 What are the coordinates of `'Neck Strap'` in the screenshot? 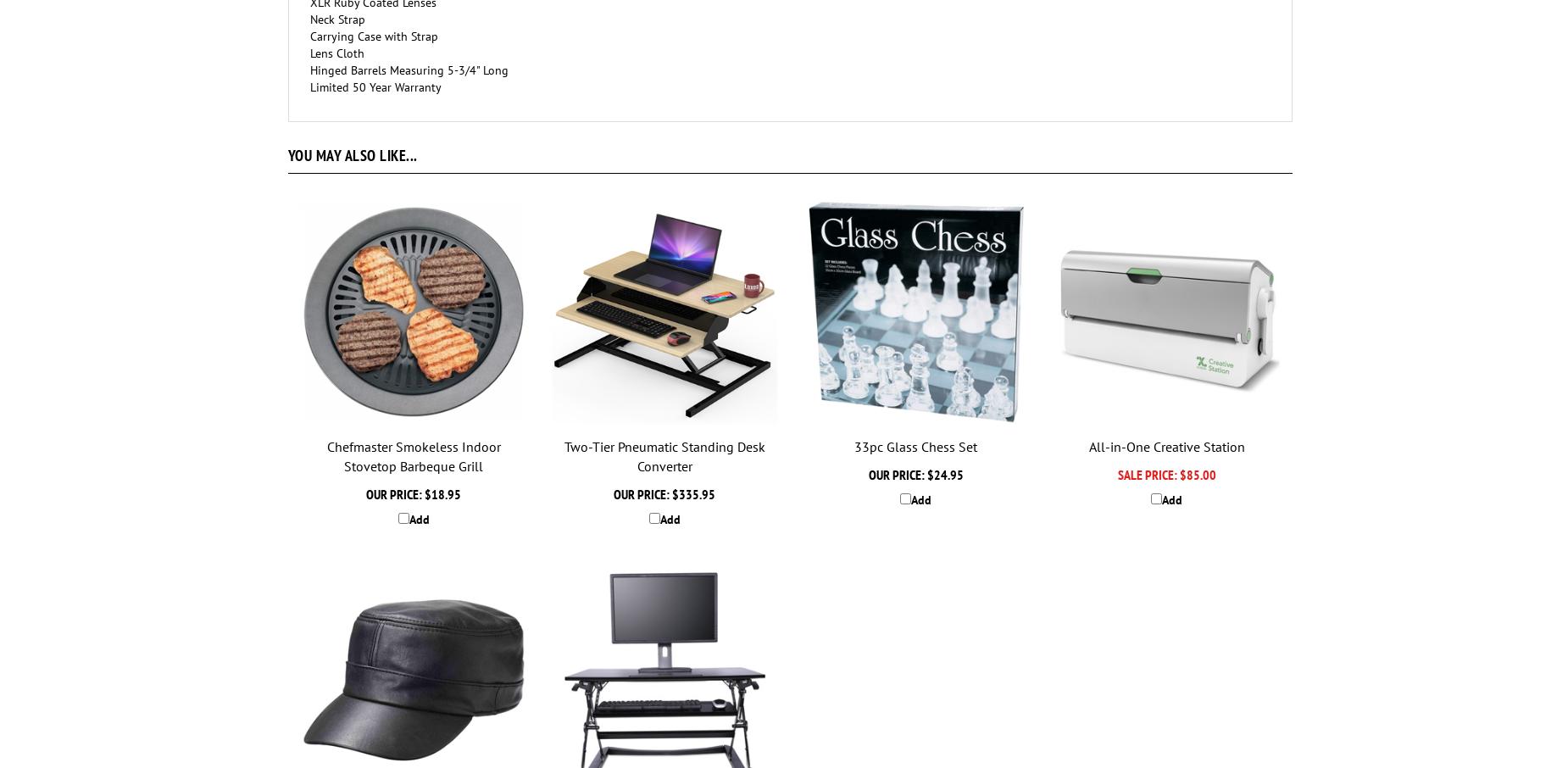 It's located at (309, 19).